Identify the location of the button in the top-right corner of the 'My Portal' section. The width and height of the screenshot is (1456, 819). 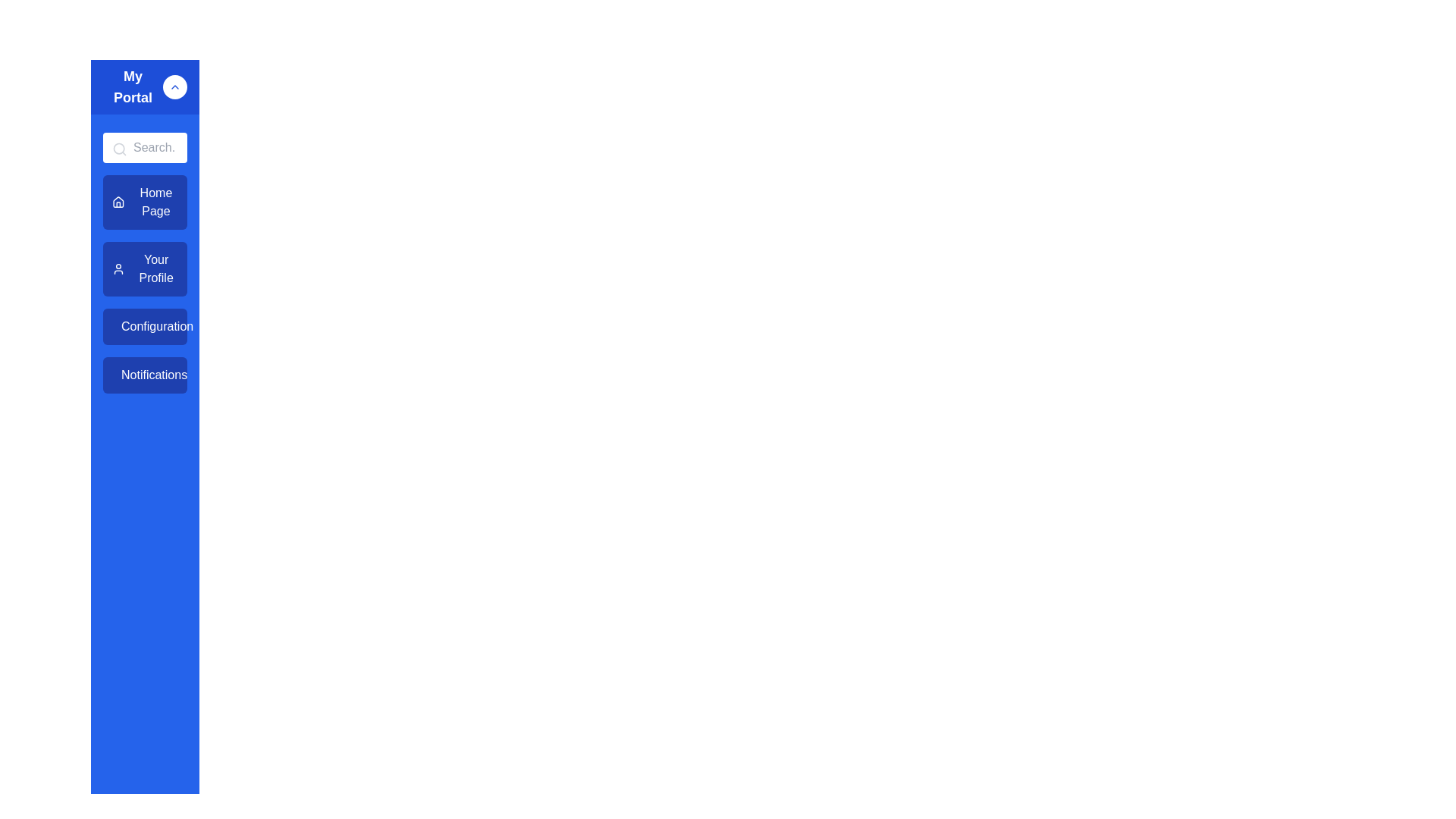
(175, 87).